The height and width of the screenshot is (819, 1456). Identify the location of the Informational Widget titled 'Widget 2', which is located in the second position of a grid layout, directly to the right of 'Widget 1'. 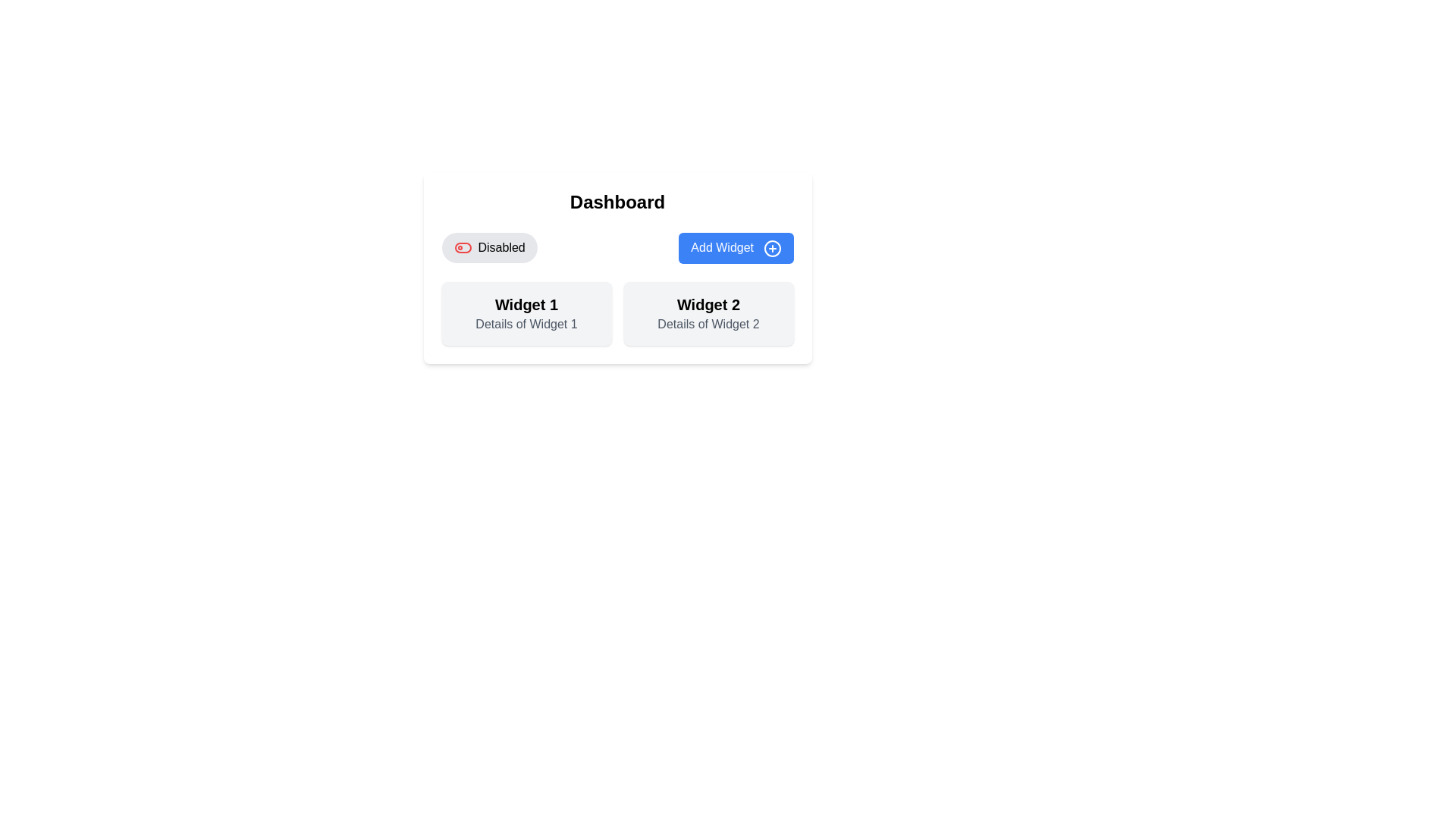
(708, 312).